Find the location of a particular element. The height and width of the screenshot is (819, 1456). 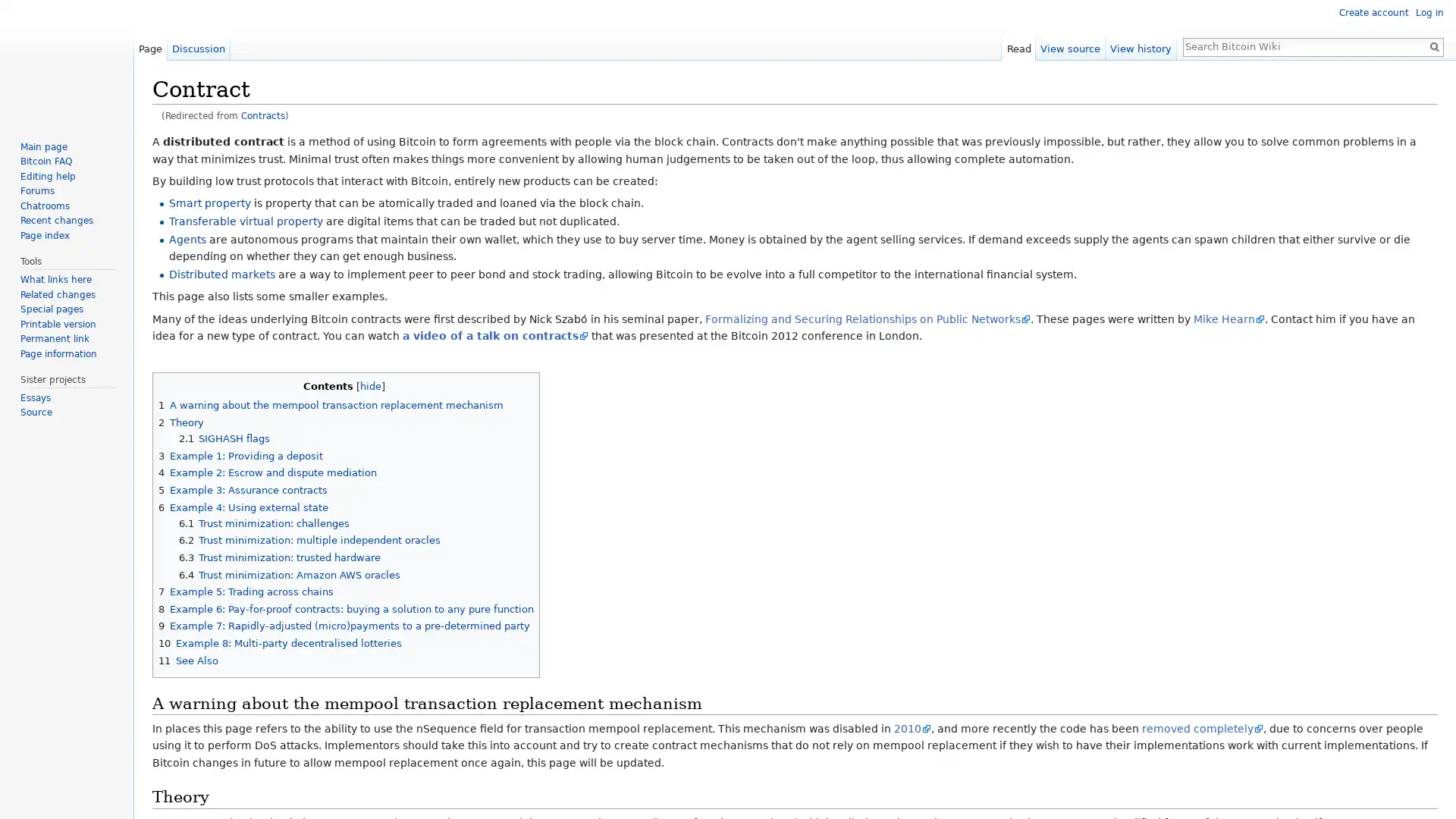

Go is located at coordinates (1433, 45).